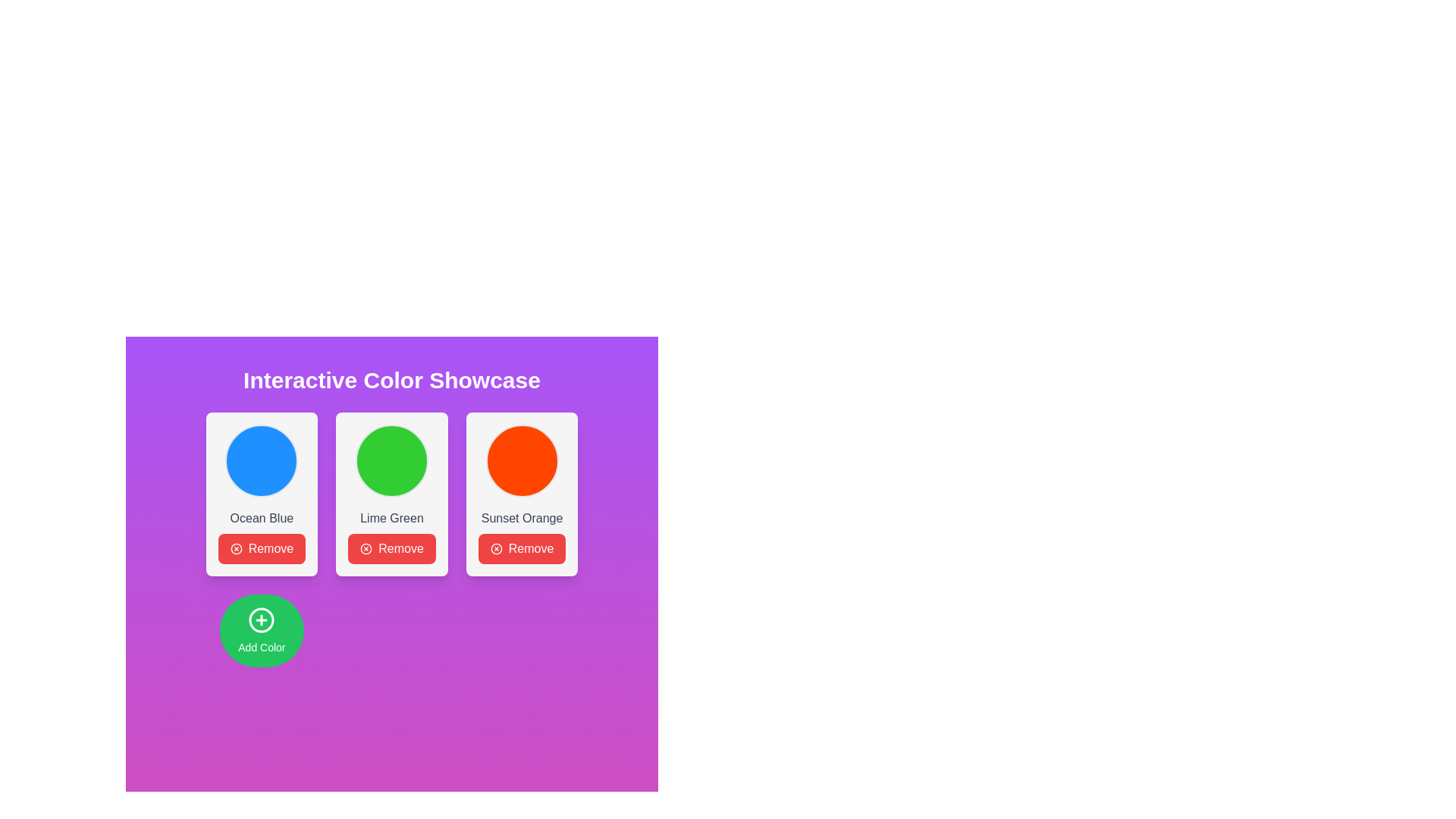  I want to click on the button for adding a new color, so click(262, 631).